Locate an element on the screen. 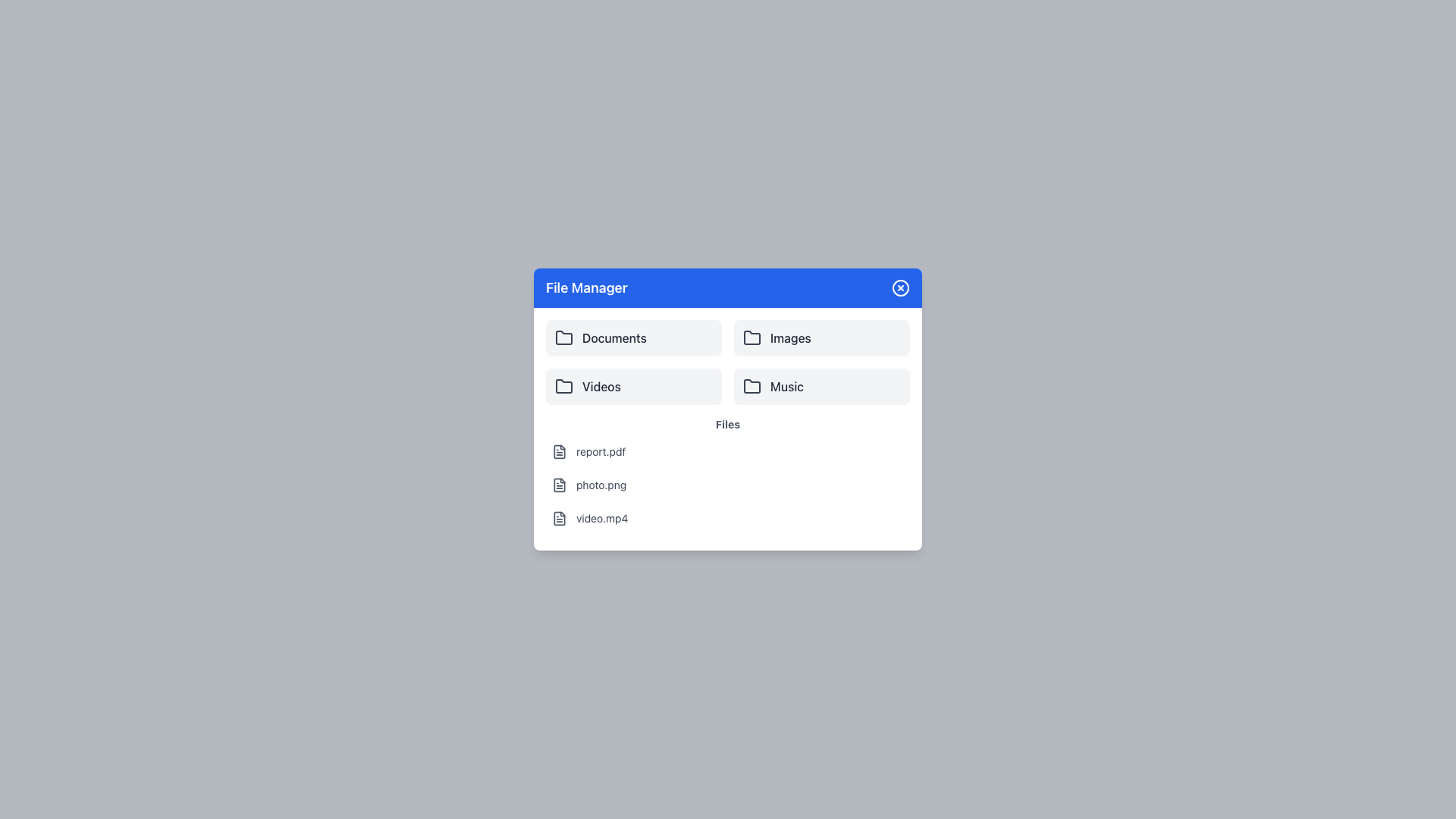 The width and height of the screenshot is (1456, 819). the 'Music' folder icon, which is a gray folder-like icon with a rounded rectangle shape at the top left corner, located in the second row and second column of the 'File Manager' interface is located at coordinates (752, 385).